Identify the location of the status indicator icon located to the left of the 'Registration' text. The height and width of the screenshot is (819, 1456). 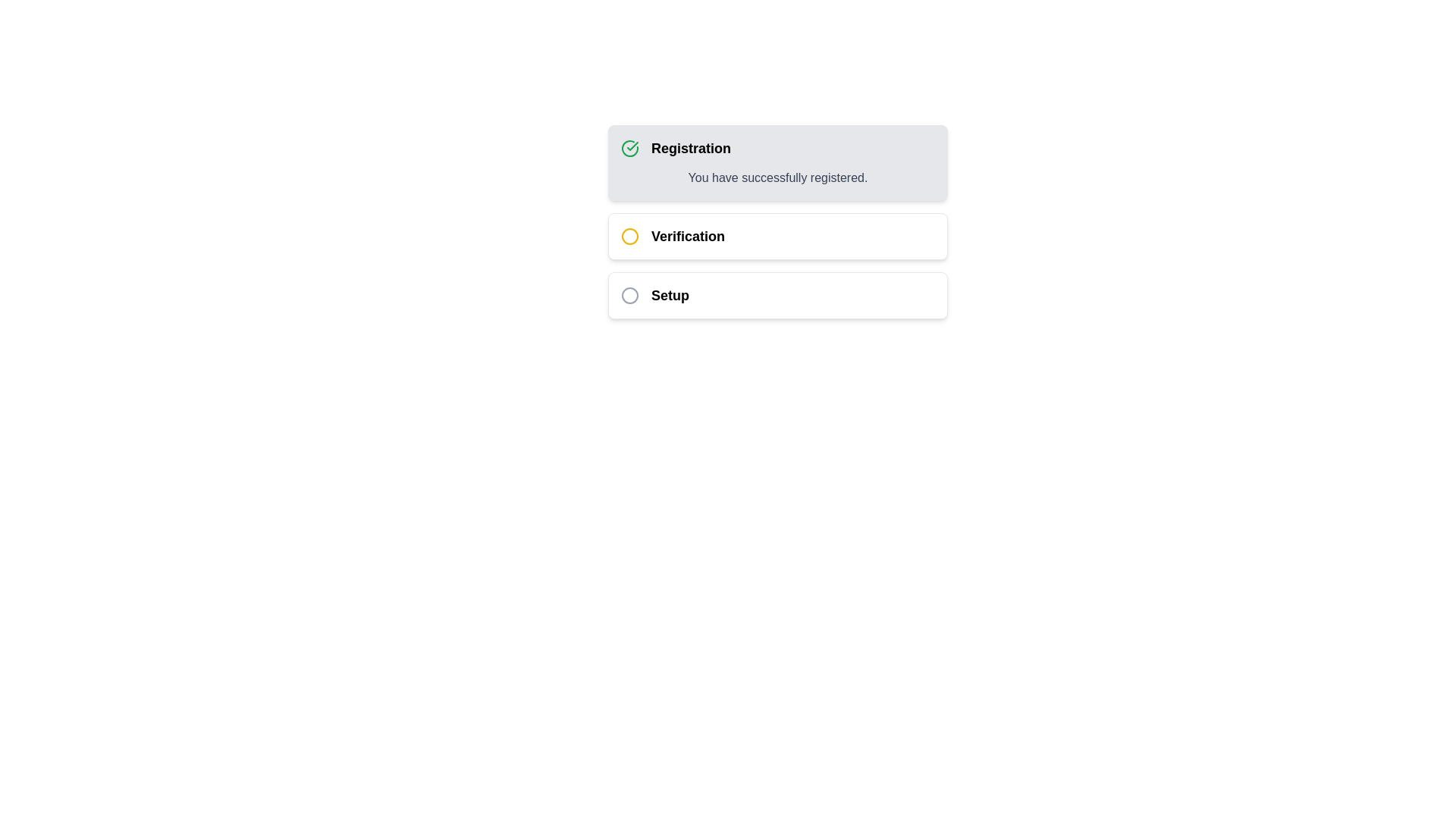
(629, 149).